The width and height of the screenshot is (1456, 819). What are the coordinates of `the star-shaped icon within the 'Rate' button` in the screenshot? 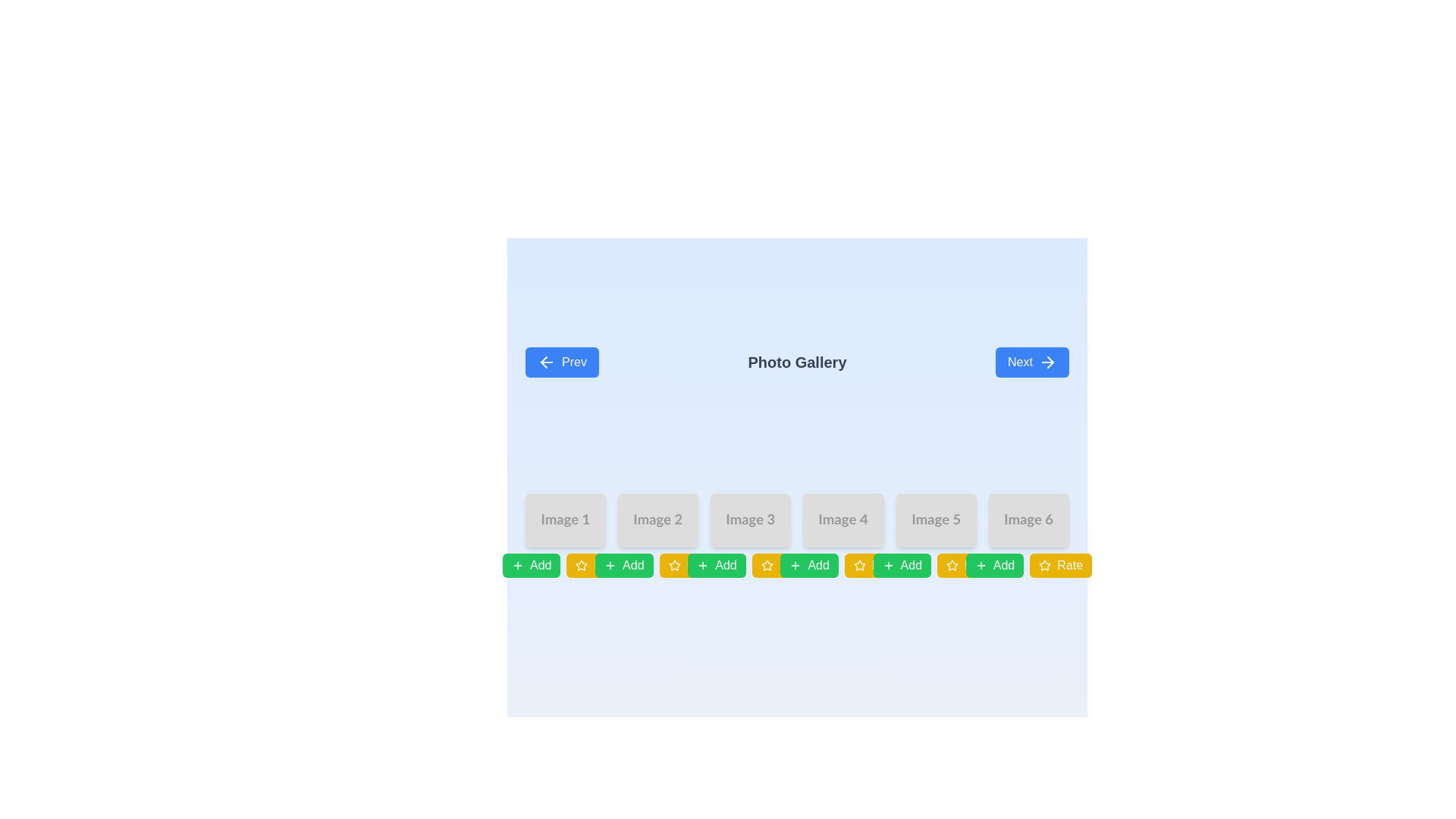 It's located at (673, 565).